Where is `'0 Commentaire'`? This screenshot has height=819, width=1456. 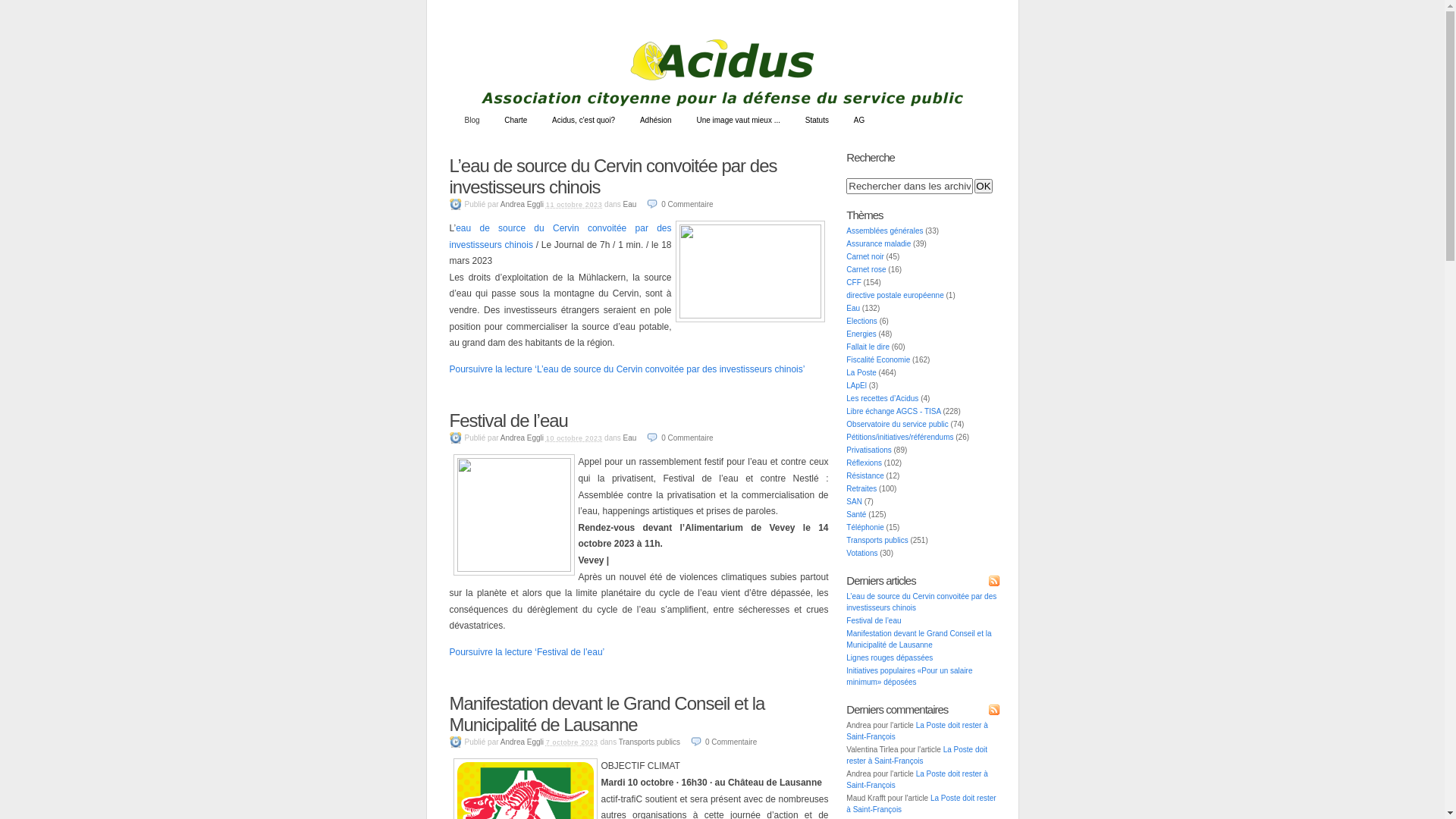 '0 Commentaire' is located at coordinates (689, 741).